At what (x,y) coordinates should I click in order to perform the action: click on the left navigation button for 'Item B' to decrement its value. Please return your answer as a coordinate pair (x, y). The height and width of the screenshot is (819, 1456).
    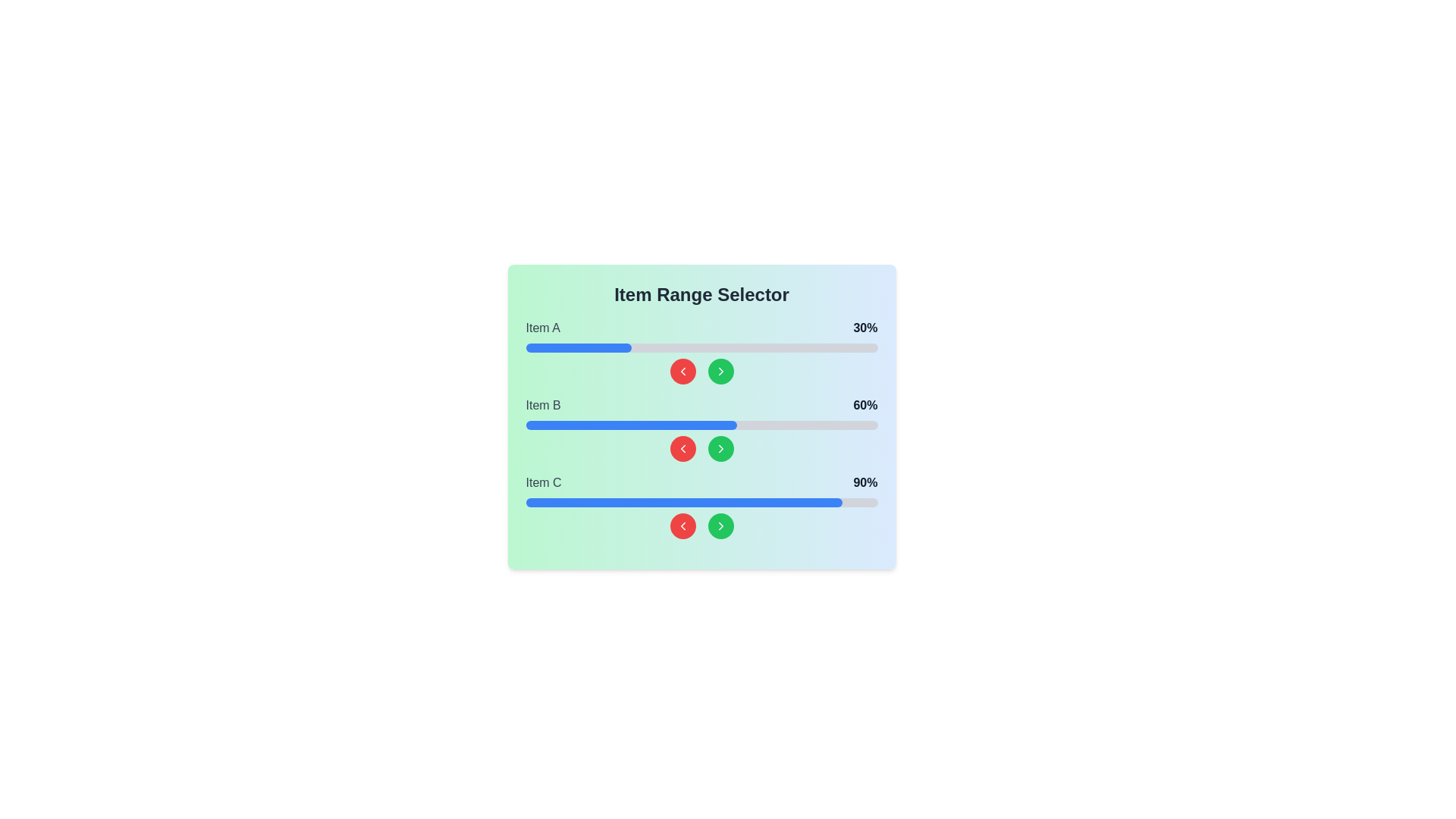
    Looking at the image, I should click on (682, 447).